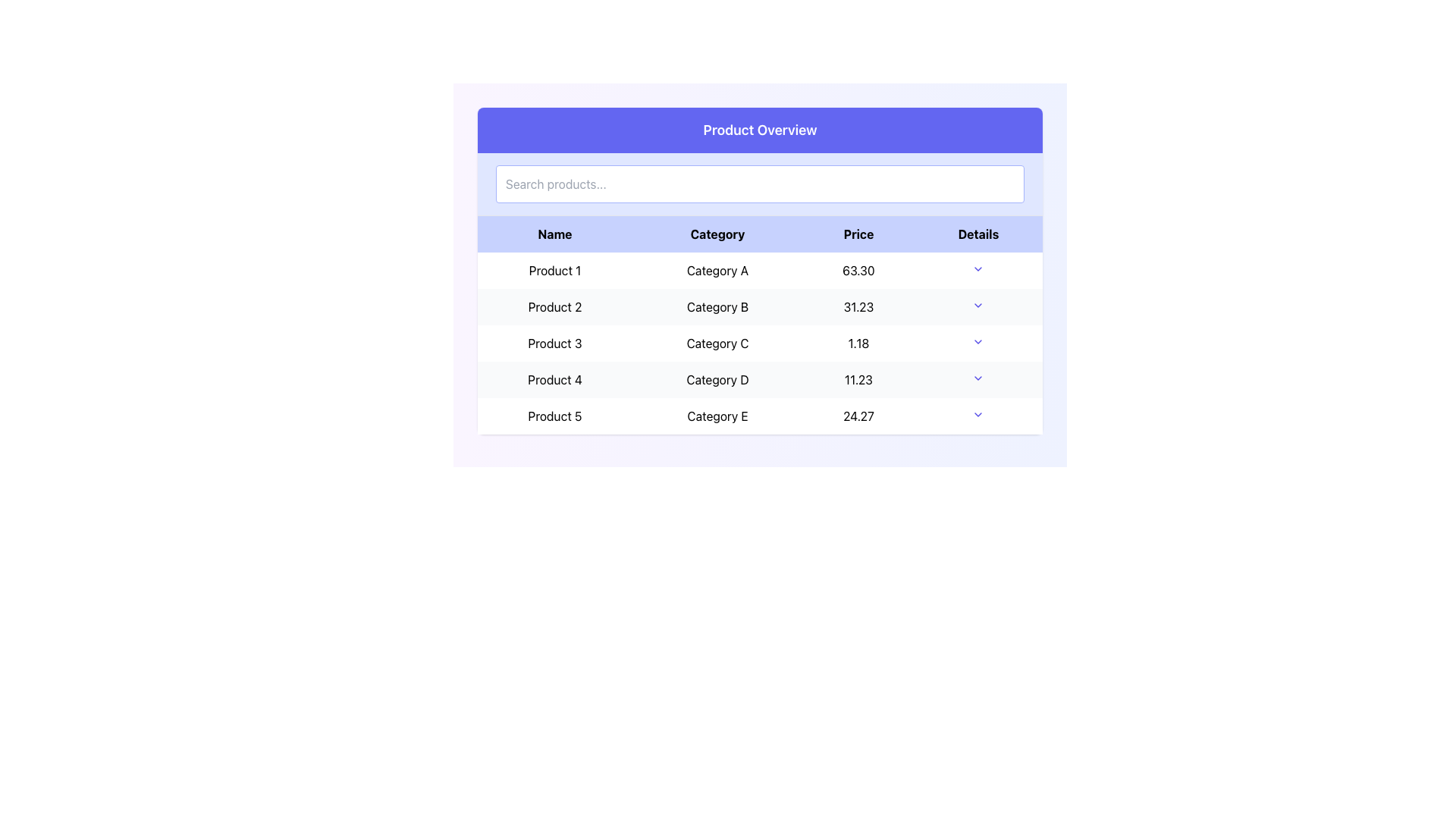 The height and width of the screenshot is (819, 1456). What do you see at coordinates (858, 379) in the screenshot?
I see `the text element displaying '11.23' in the 'Price' column for 'Product 4 Category D', which is styled in black font on a white background` at bounding box center [858, 379].